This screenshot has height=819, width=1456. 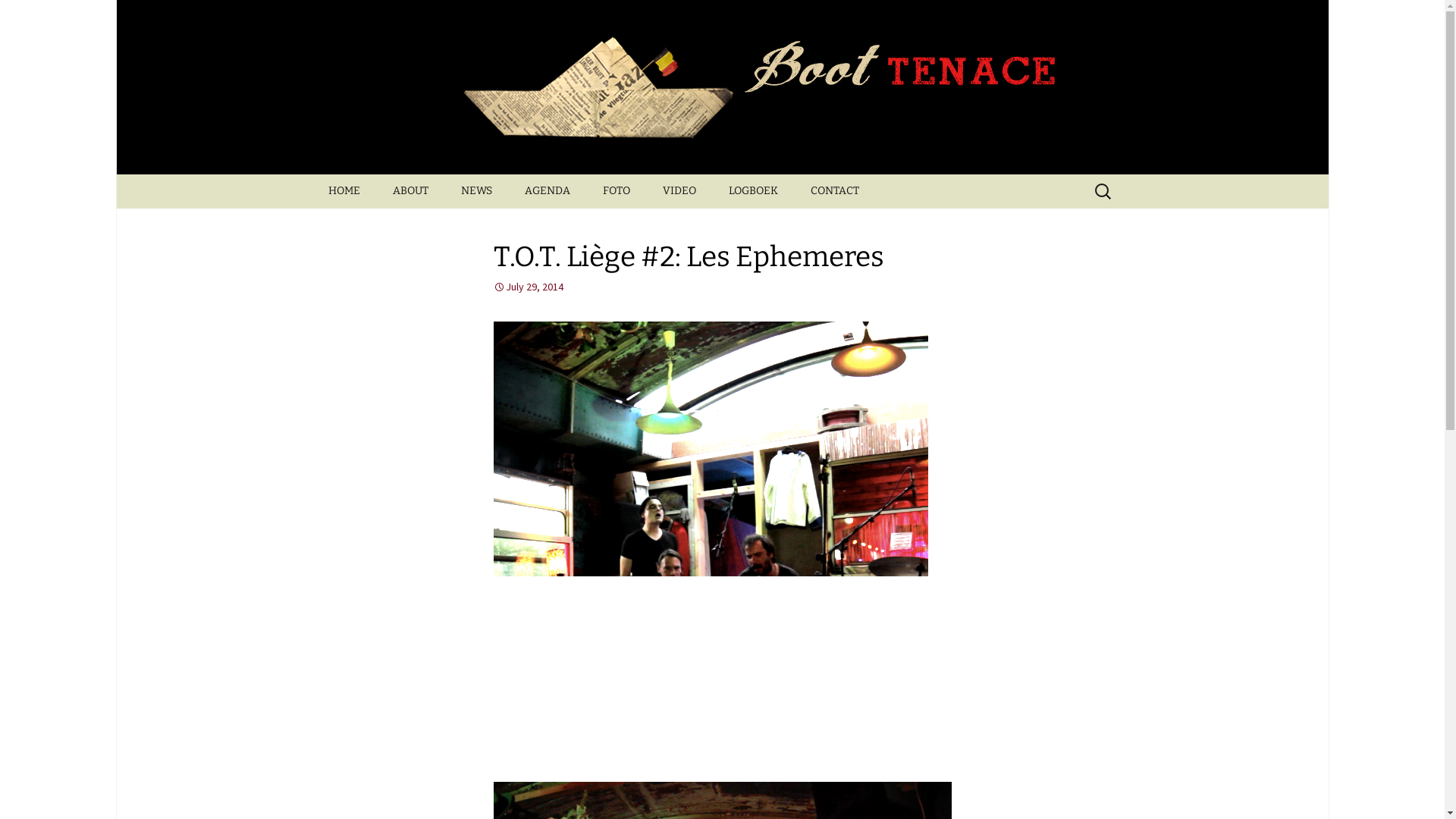 What do you see at coordinates (18, 15) in the screenshot?
I see `'Search'` at bounding box center [18, 15].